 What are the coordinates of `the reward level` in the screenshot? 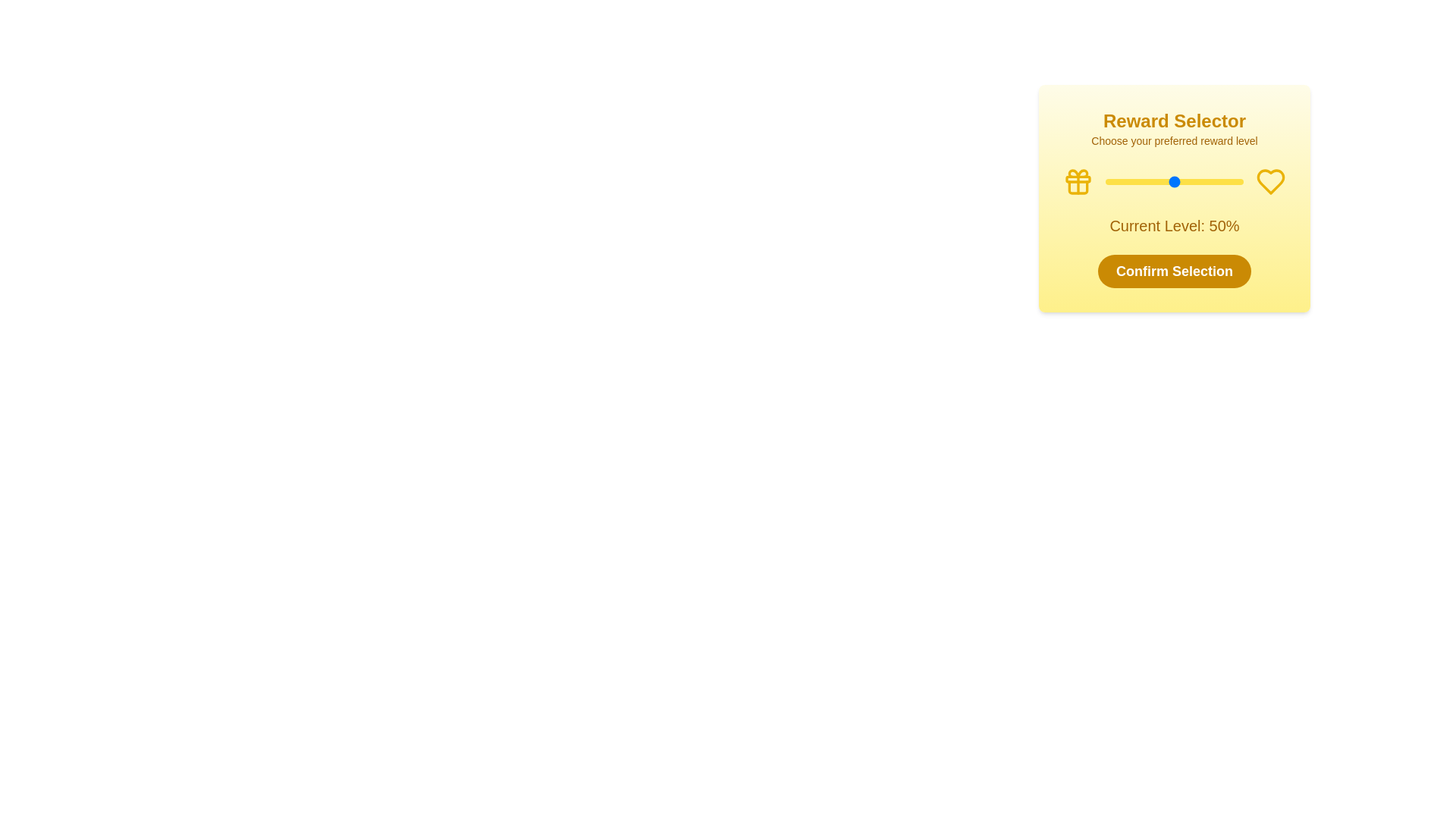 It's located at (1208, 180).